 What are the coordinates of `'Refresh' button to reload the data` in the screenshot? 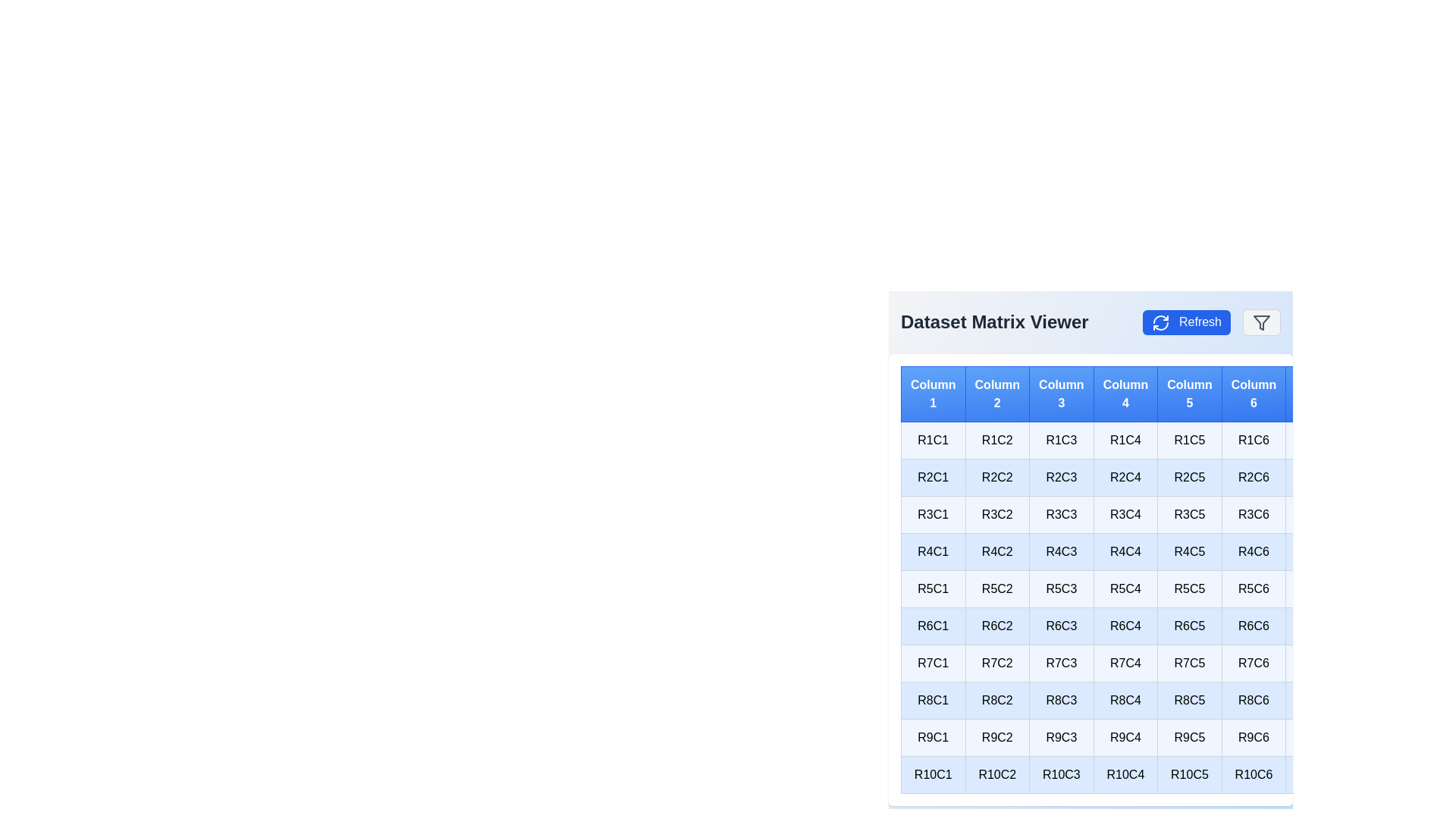 It's located at (1185, 322).